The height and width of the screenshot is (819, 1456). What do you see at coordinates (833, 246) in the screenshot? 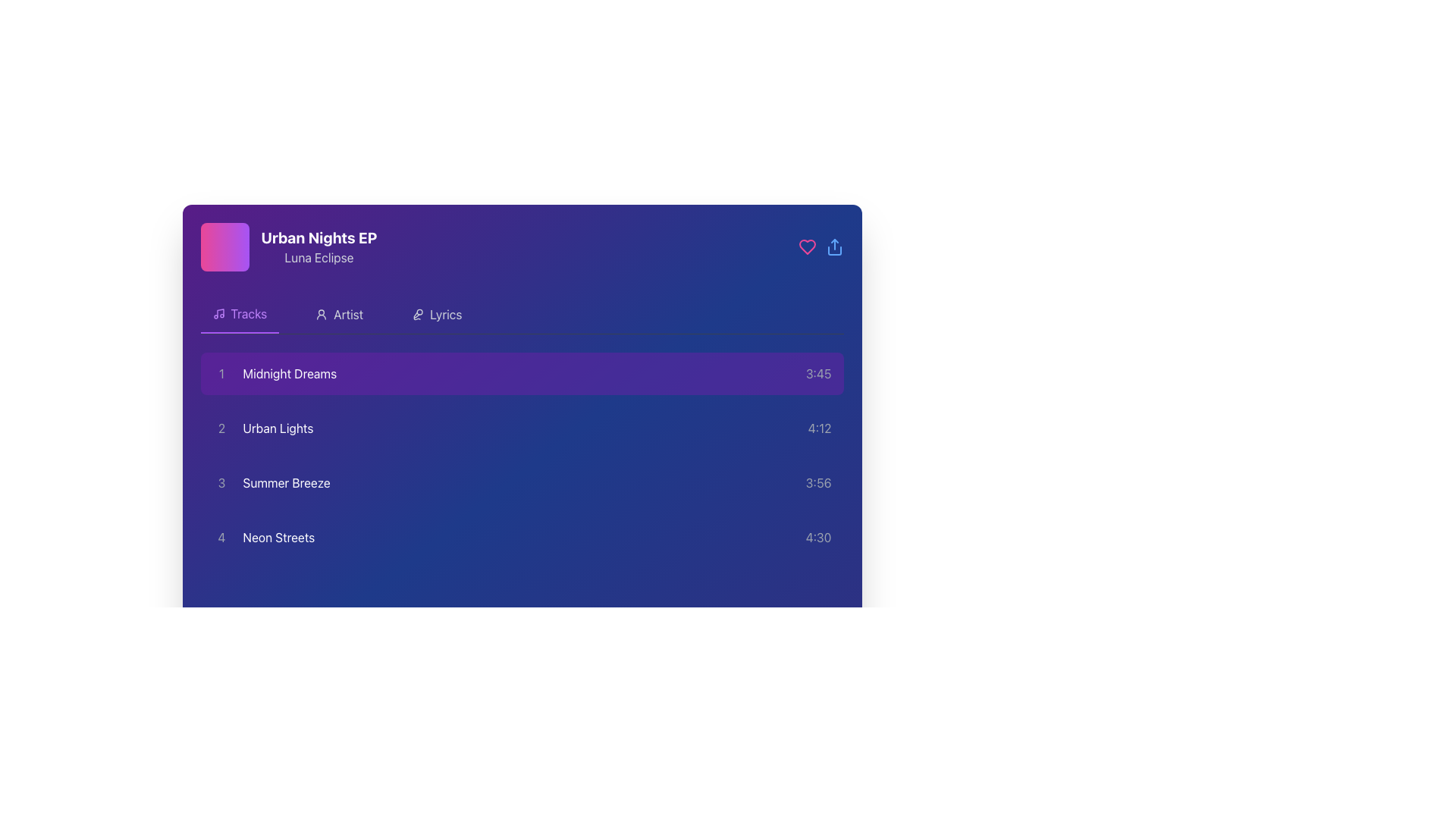
I see `the sharing icon located in the top-right corner of the music information panel to initiate the sharing action` at bounding box center [833, 246].